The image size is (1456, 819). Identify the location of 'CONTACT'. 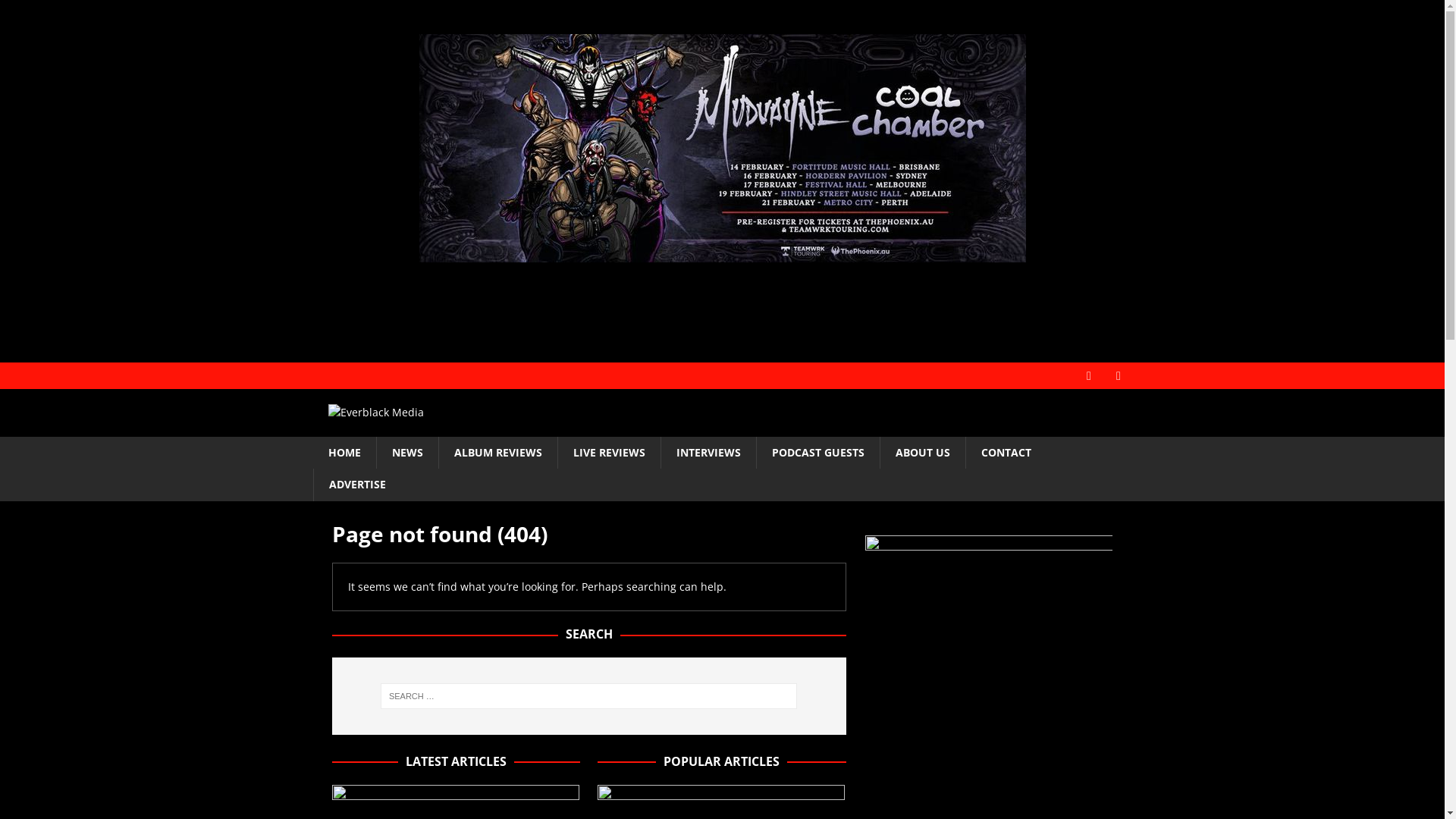
(1005, 452).